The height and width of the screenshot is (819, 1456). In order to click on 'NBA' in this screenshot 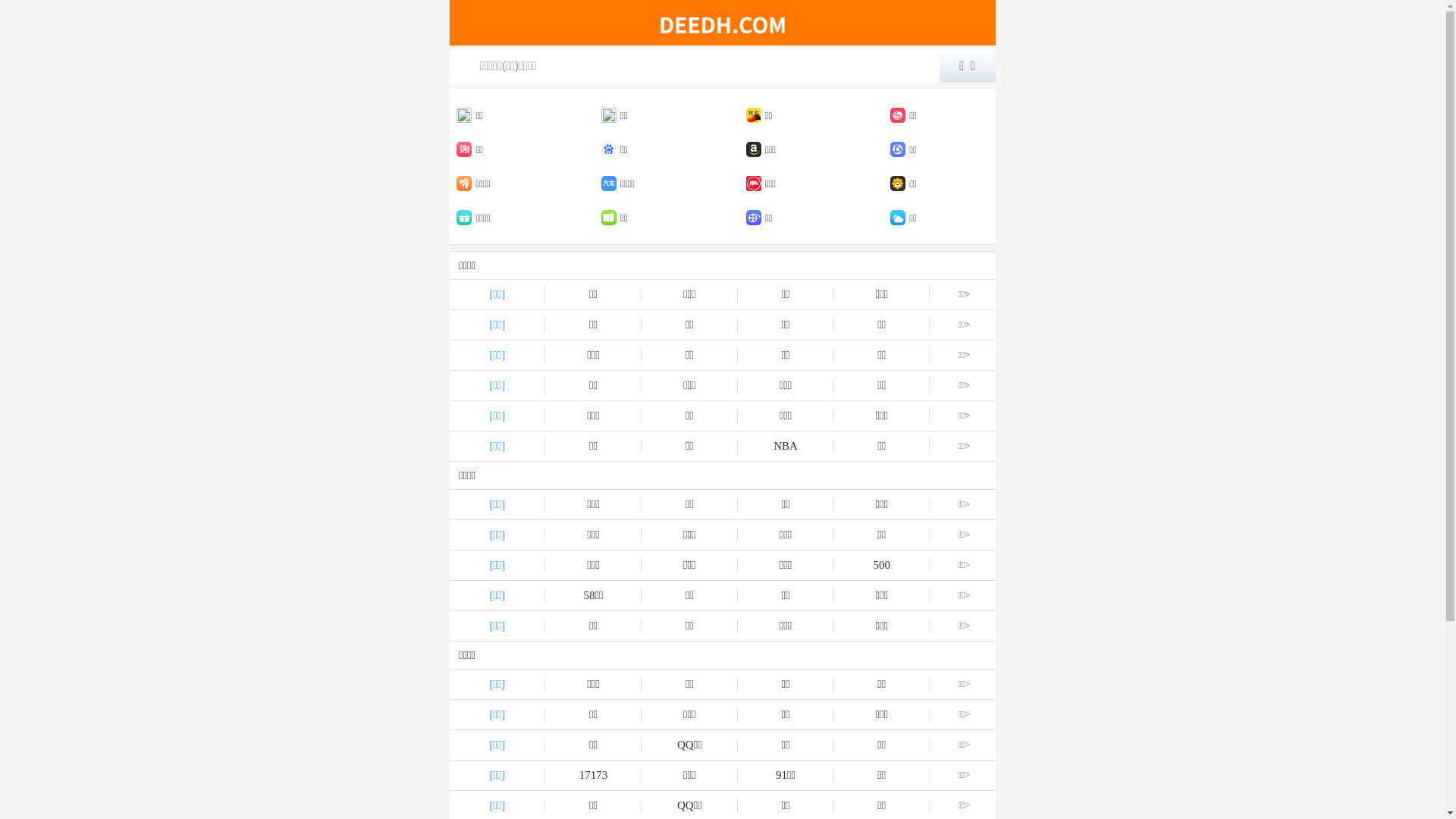, I will do `click(786, 445)`.